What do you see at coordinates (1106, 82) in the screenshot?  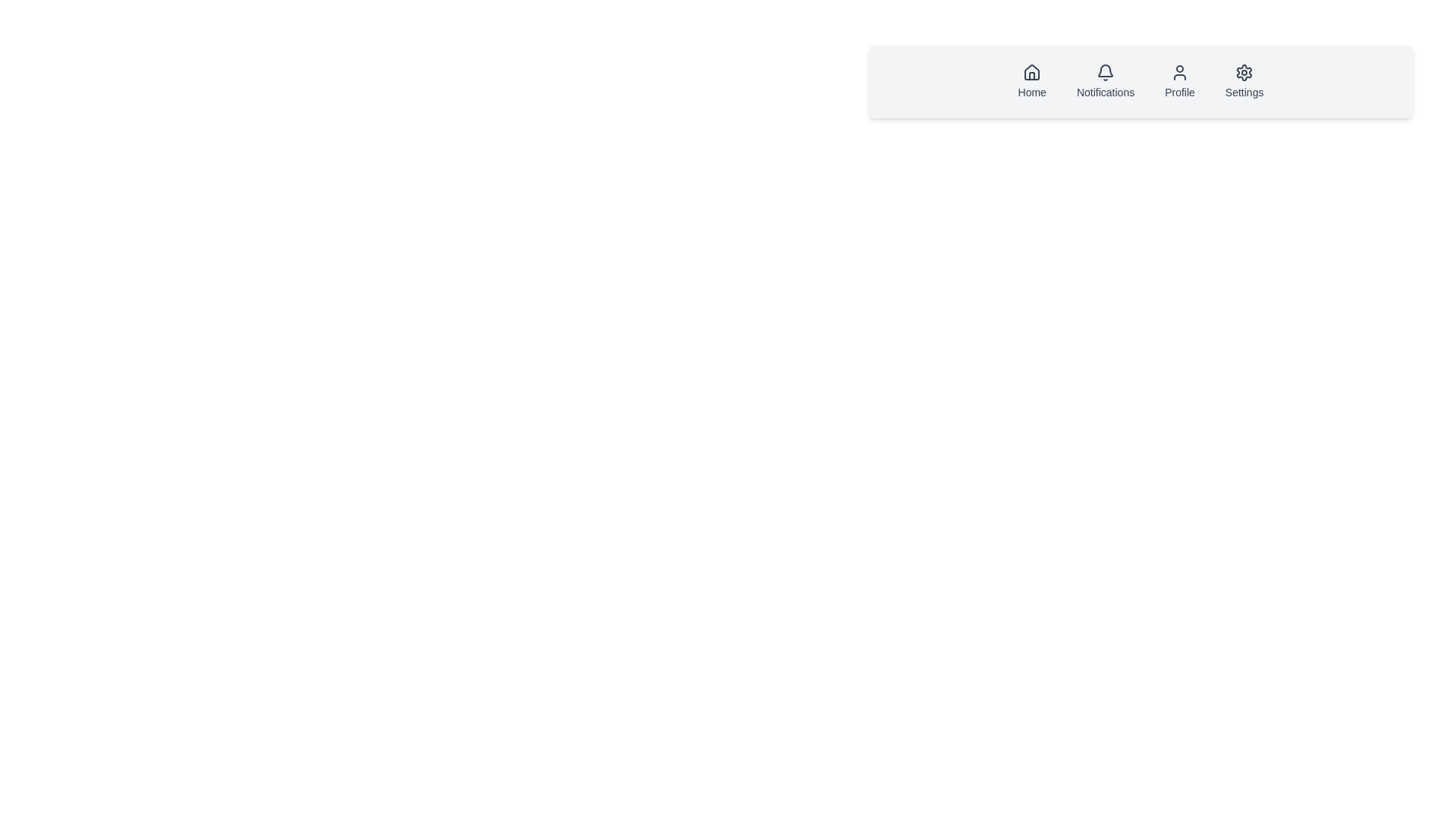 I see `the Notifications button in the navigation bar` at bounding box center [1106, 82].